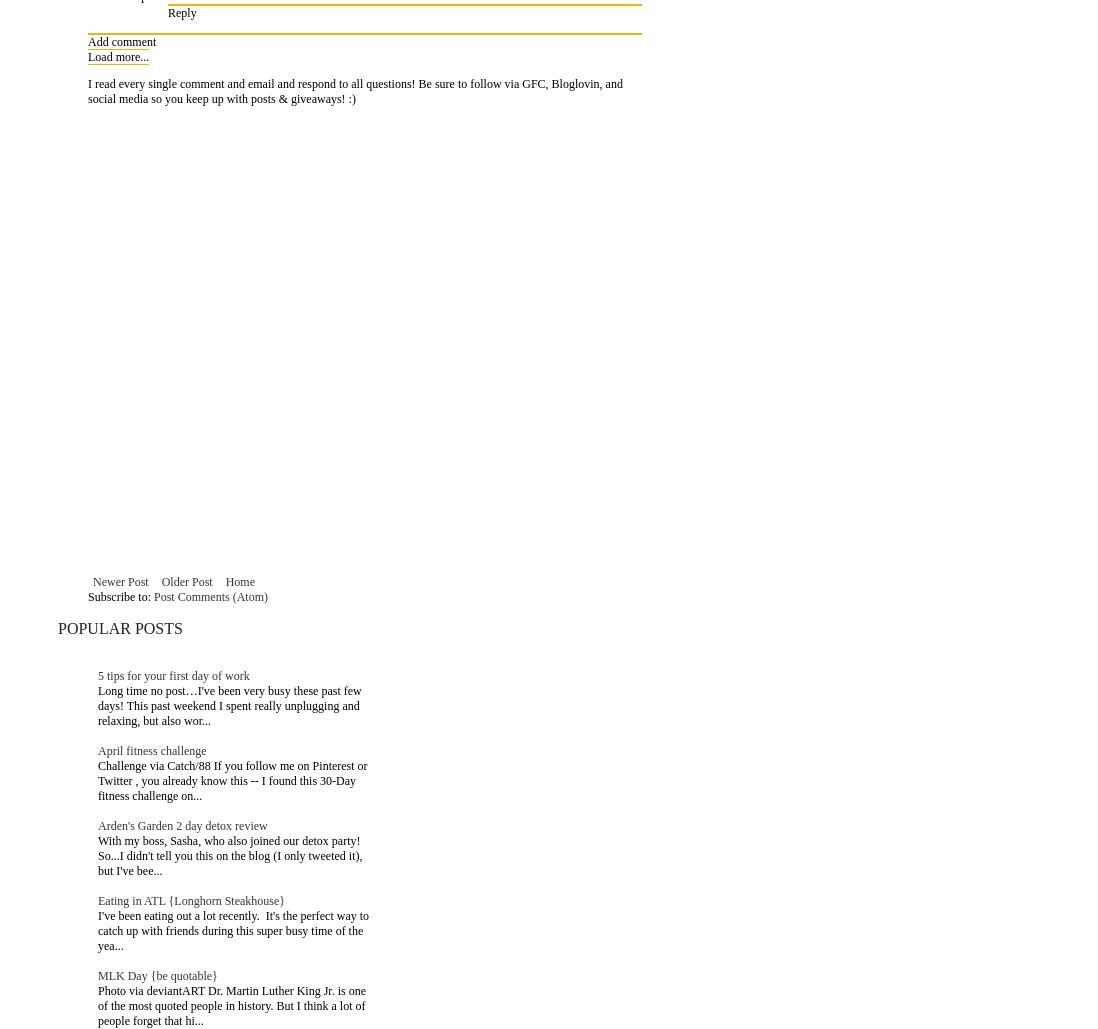  I want to click on '5 tips for your first day of work', so click(173, 674).